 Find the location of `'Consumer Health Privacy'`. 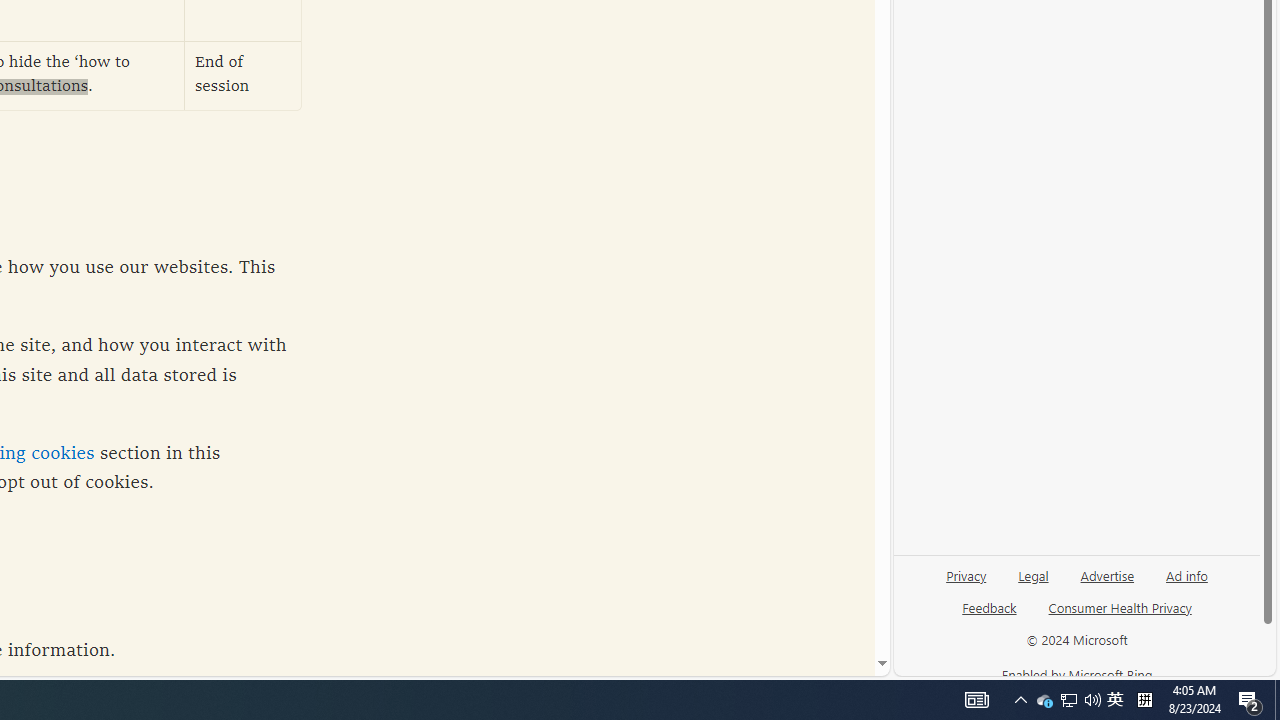

'Consumer Health Privacy' is located at coordinates (1120, 614).